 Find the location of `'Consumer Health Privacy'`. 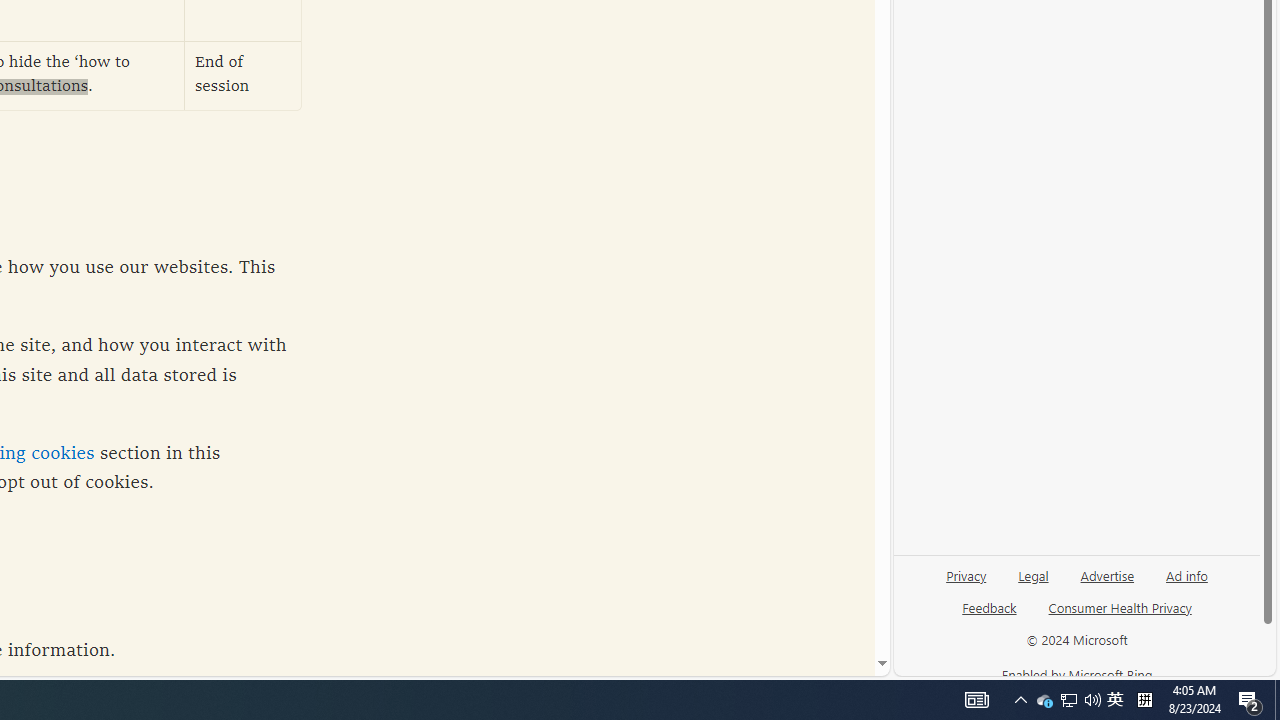

'Consumer Health Privacy' is located at coordinates (1120, 614).